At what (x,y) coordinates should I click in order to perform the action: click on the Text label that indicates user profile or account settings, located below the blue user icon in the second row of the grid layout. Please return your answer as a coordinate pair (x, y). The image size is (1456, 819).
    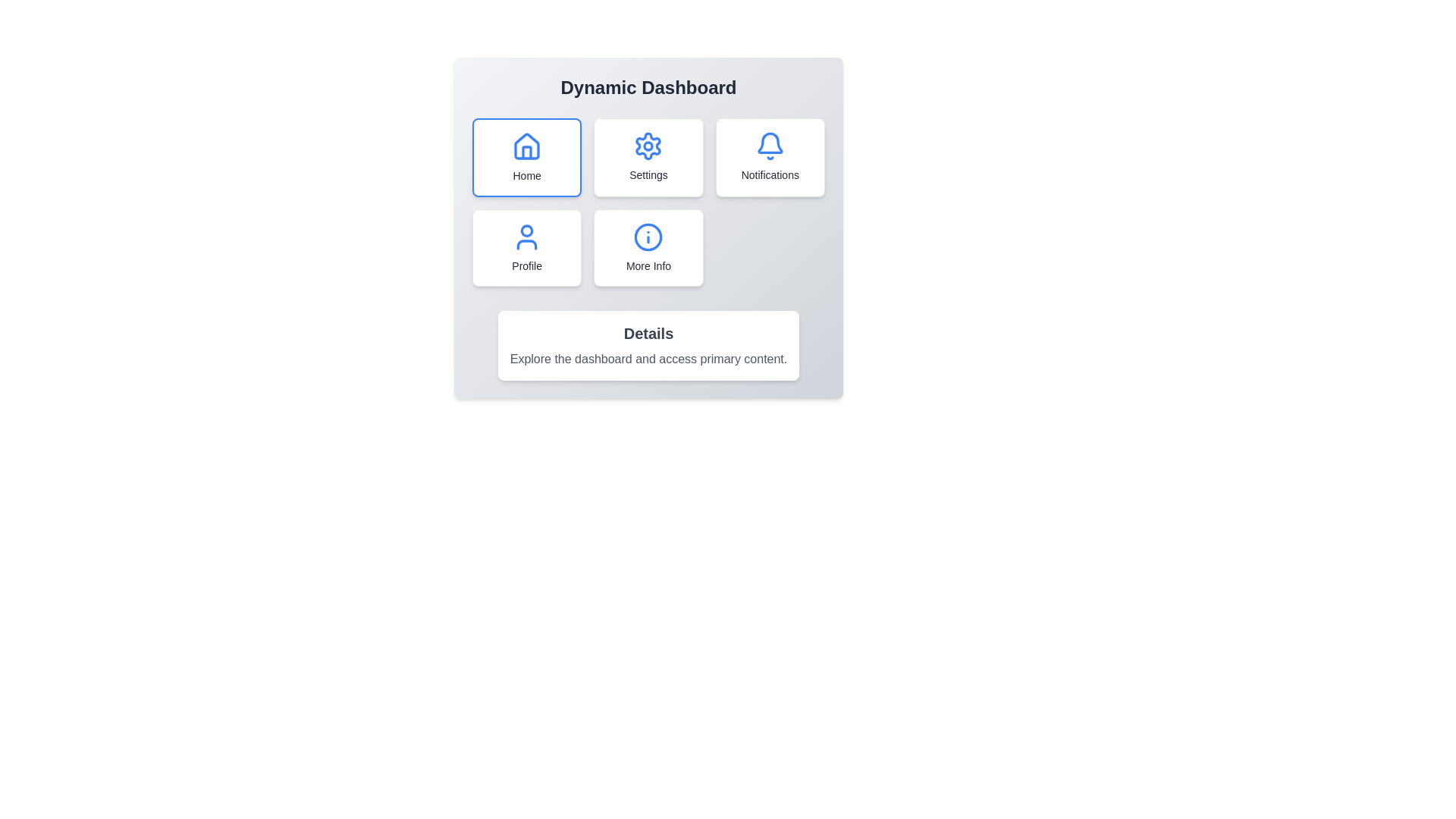
    Looking at the image, I should click on (527, 265).